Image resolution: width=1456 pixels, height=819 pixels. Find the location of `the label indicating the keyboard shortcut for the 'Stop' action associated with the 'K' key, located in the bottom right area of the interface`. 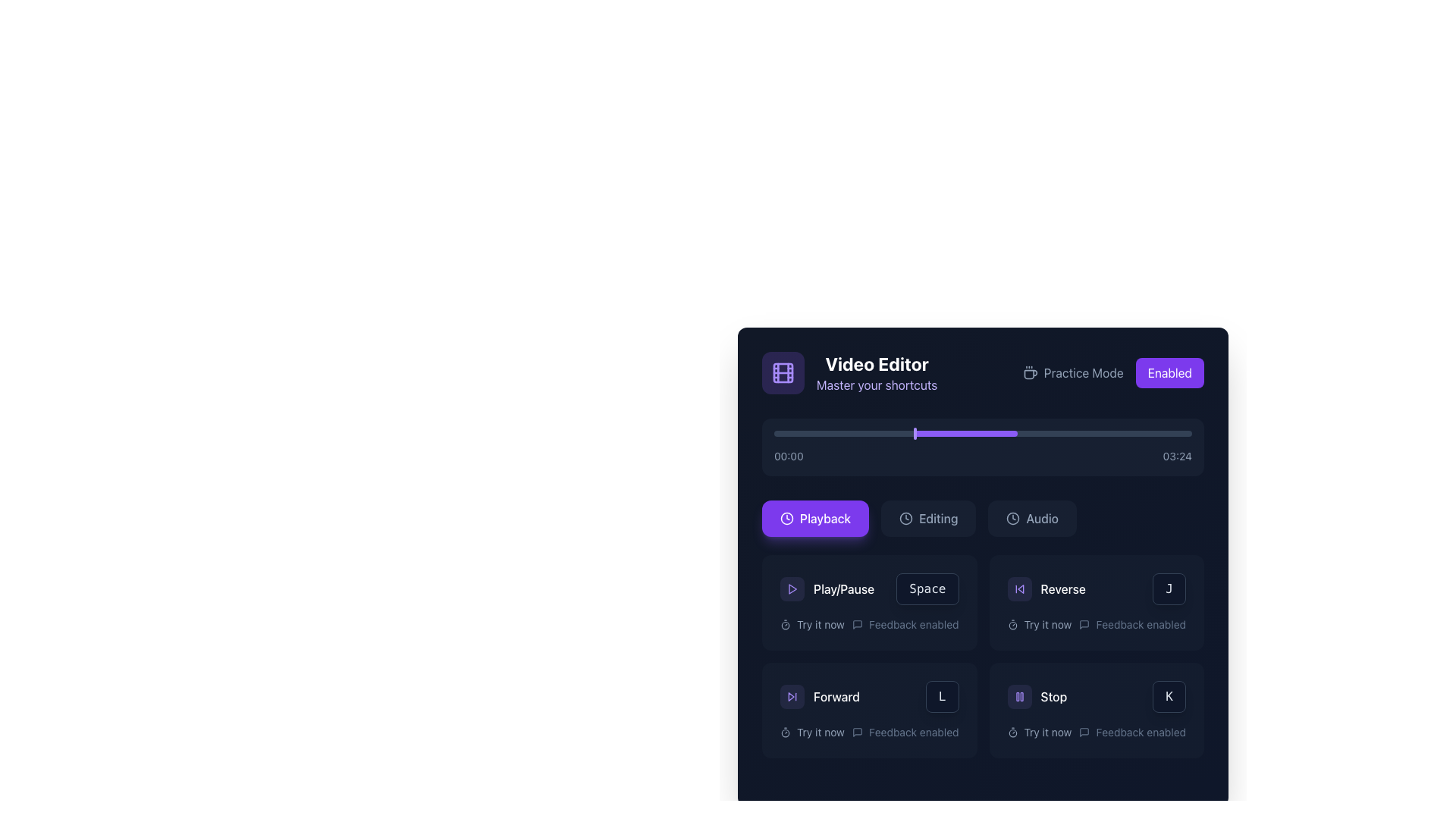

the label indicating the keyboard shortcut for the 'Stop' action associated with the 'K' key, located in the bottom right area of the interface is located at coordinates (1169, 696).